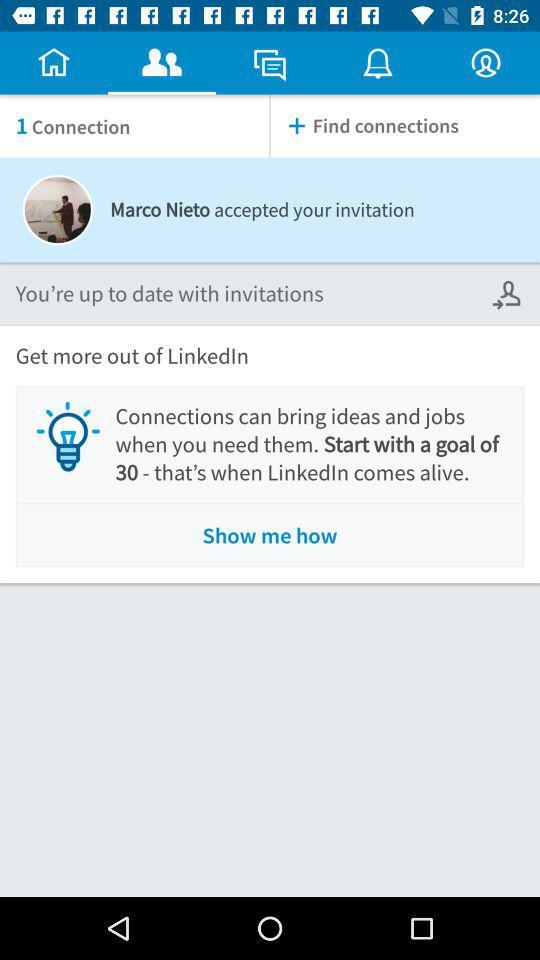  I want to click on the item to the right of the 1 connection item, so click(405, 125).